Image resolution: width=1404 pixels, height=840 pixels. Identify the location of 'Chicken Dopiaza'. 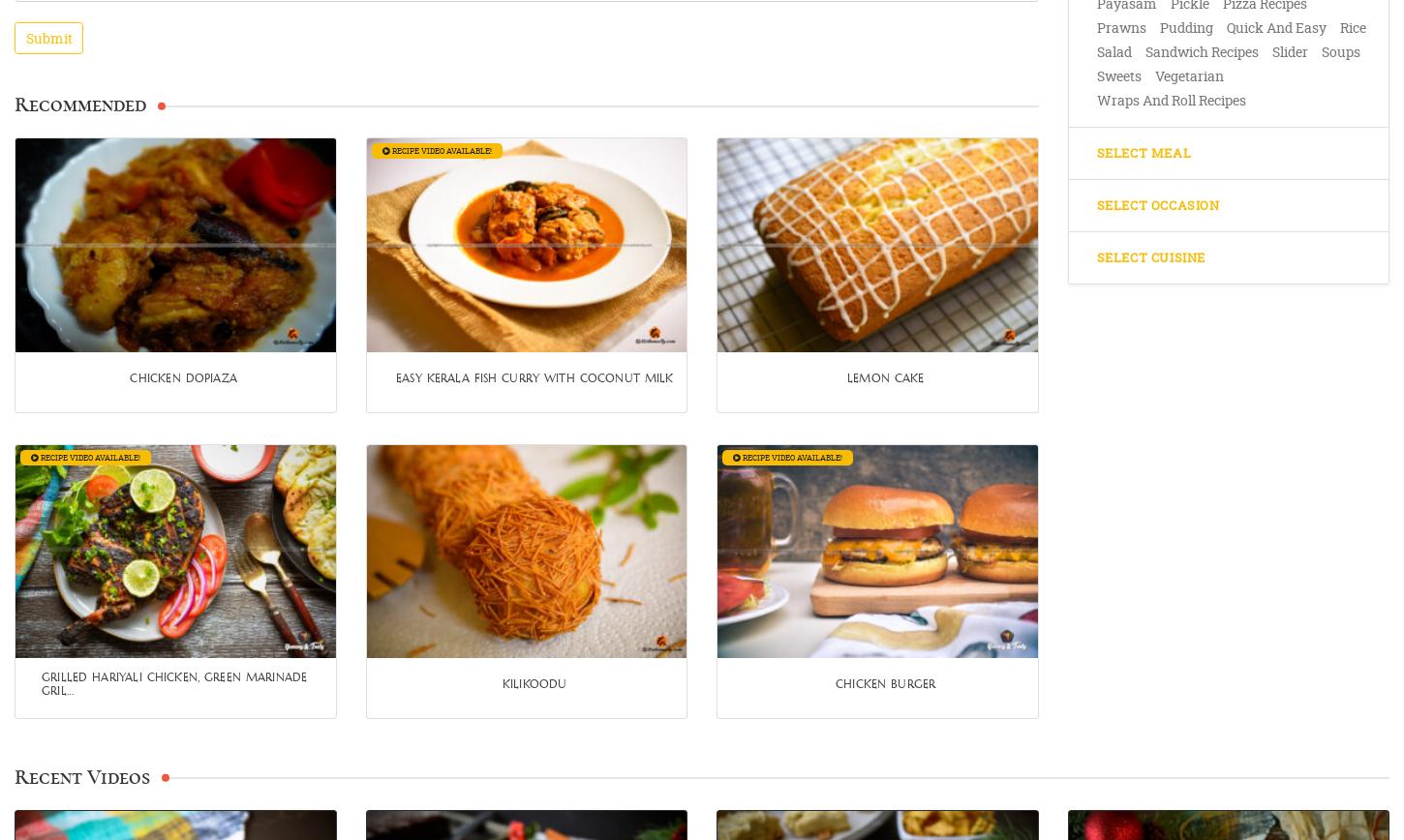
(128, 376).